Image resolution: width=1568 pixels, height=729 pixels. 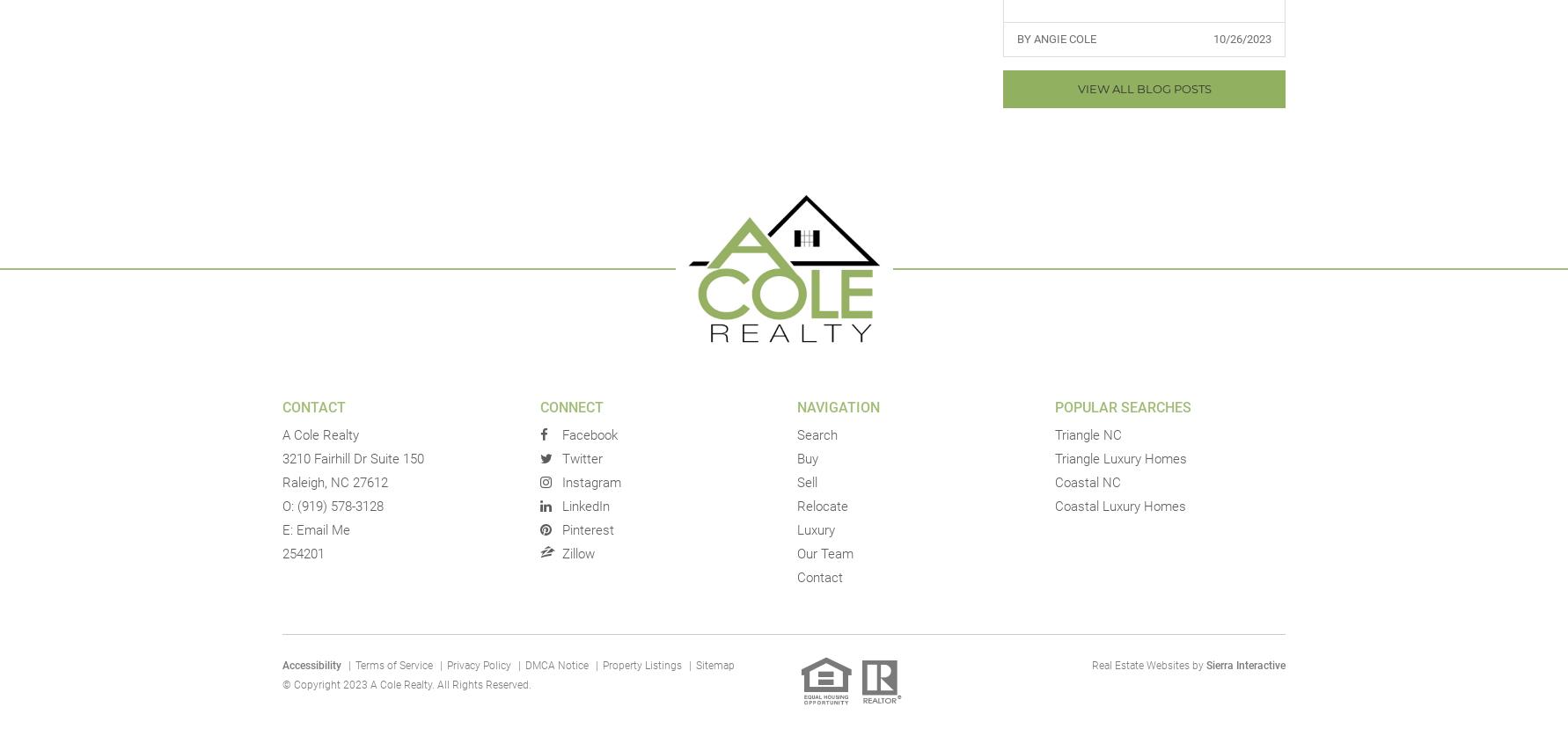 I want to click on '10/26/2023', so click(x=1212, y=37).